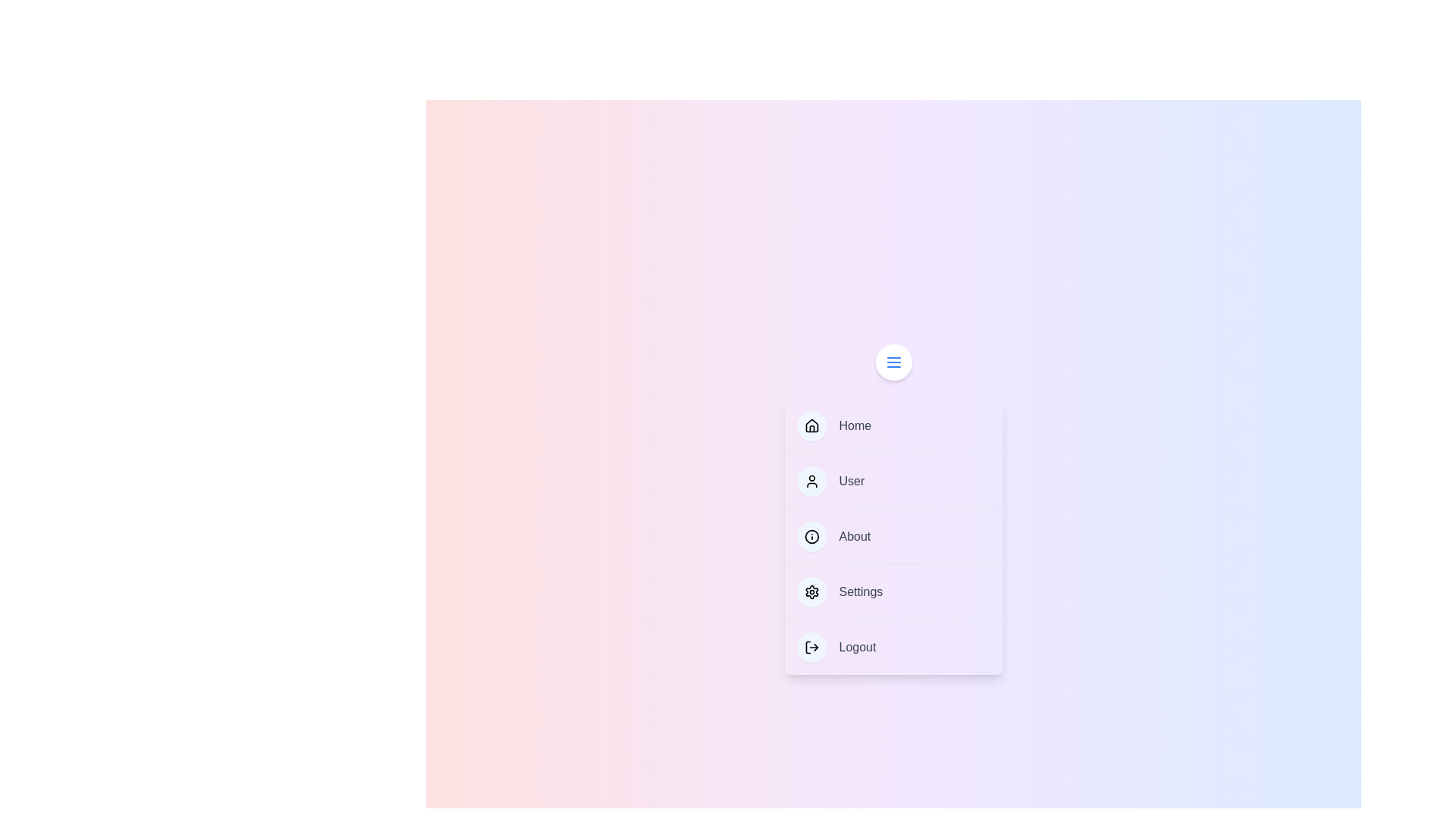 The image size is (1456, 819). Describe the element at coordinates (811, 591) in the screenshot. I see `the icon of the menu item labeled Settings` at that location.